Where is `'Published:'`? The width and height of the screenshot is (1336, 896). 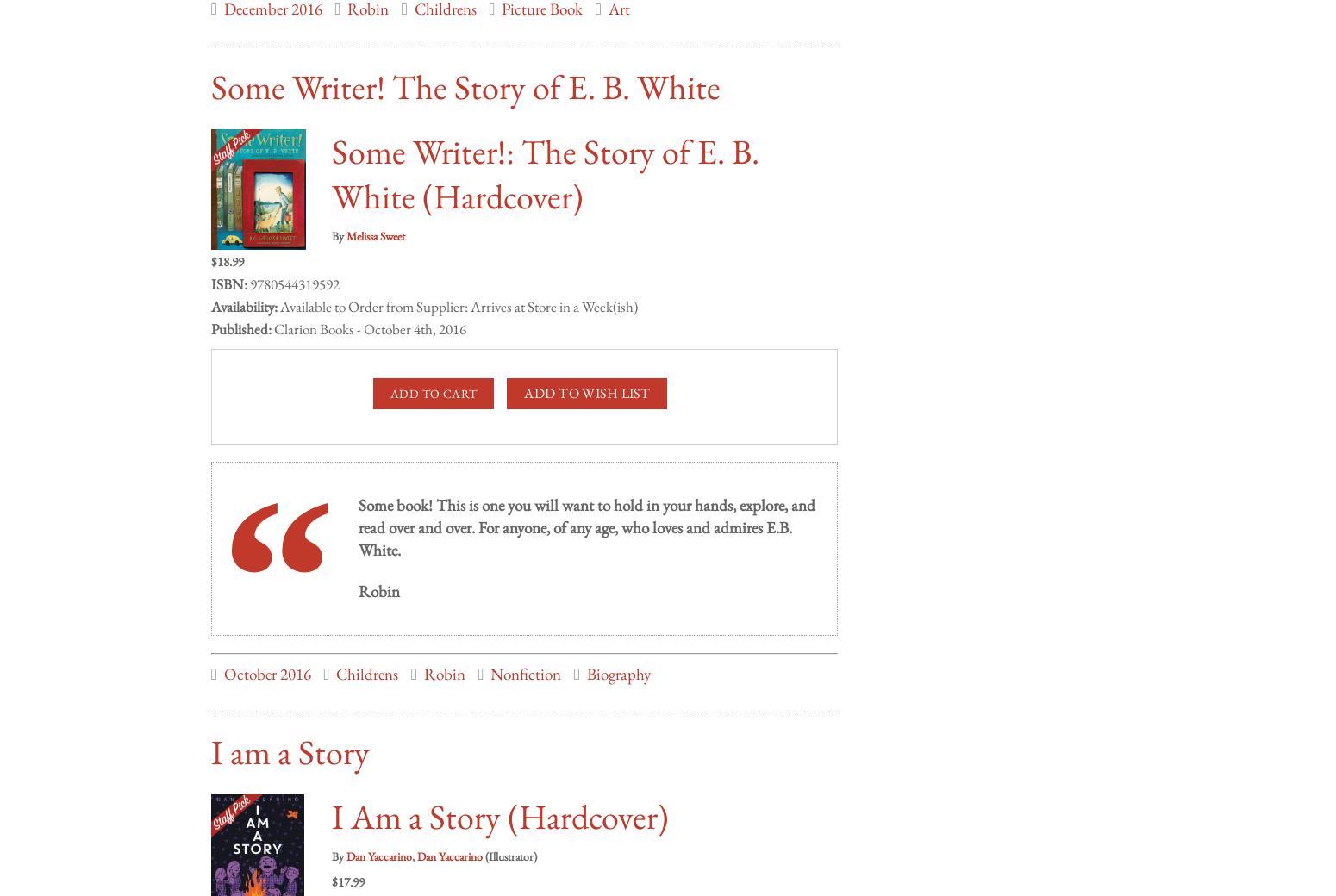 'Published:' is located at coordinates (240, 311).